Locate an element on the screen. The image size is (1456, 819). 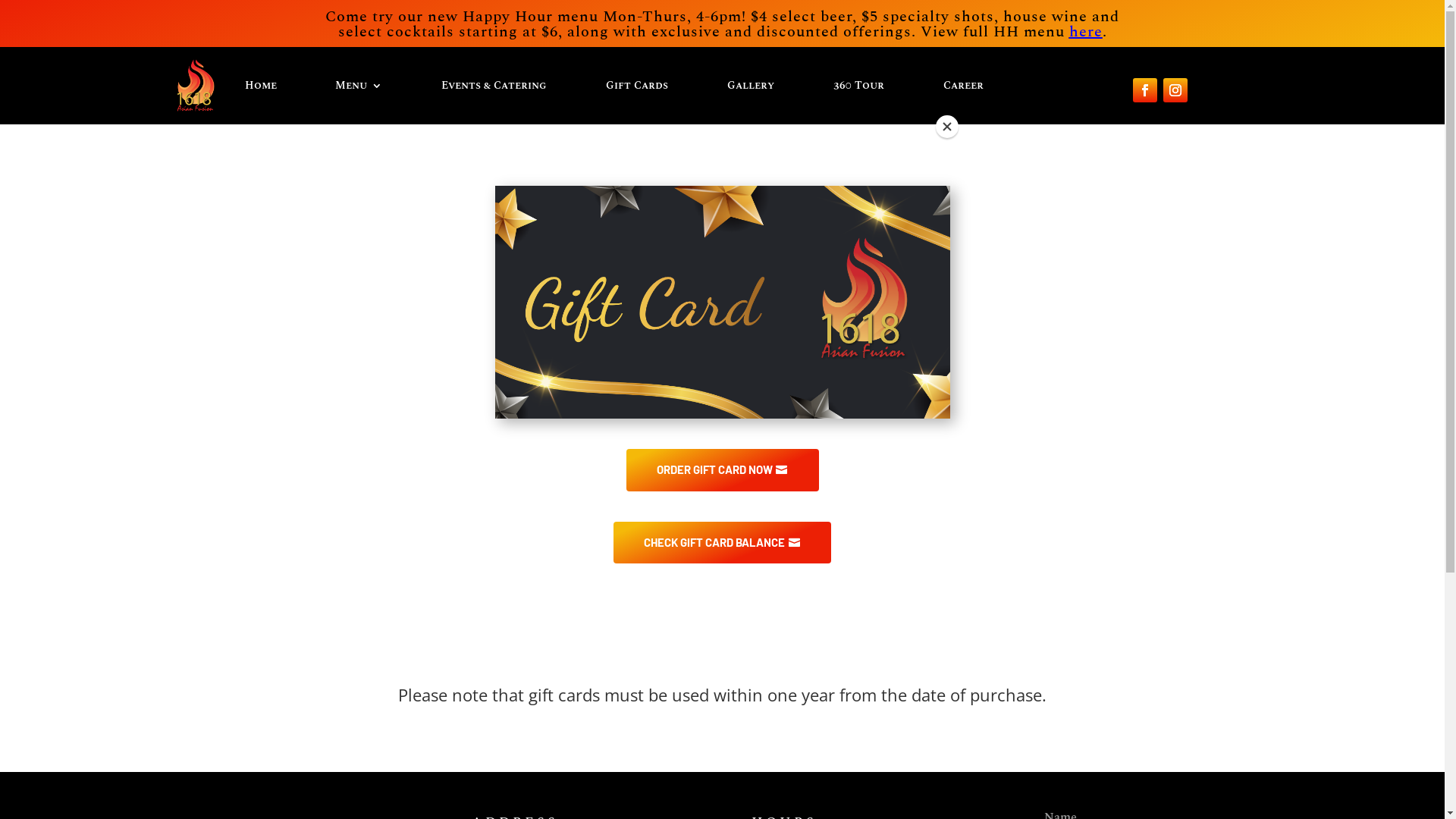
'Follow on Facebook' is located at coordinates (1132, 90).